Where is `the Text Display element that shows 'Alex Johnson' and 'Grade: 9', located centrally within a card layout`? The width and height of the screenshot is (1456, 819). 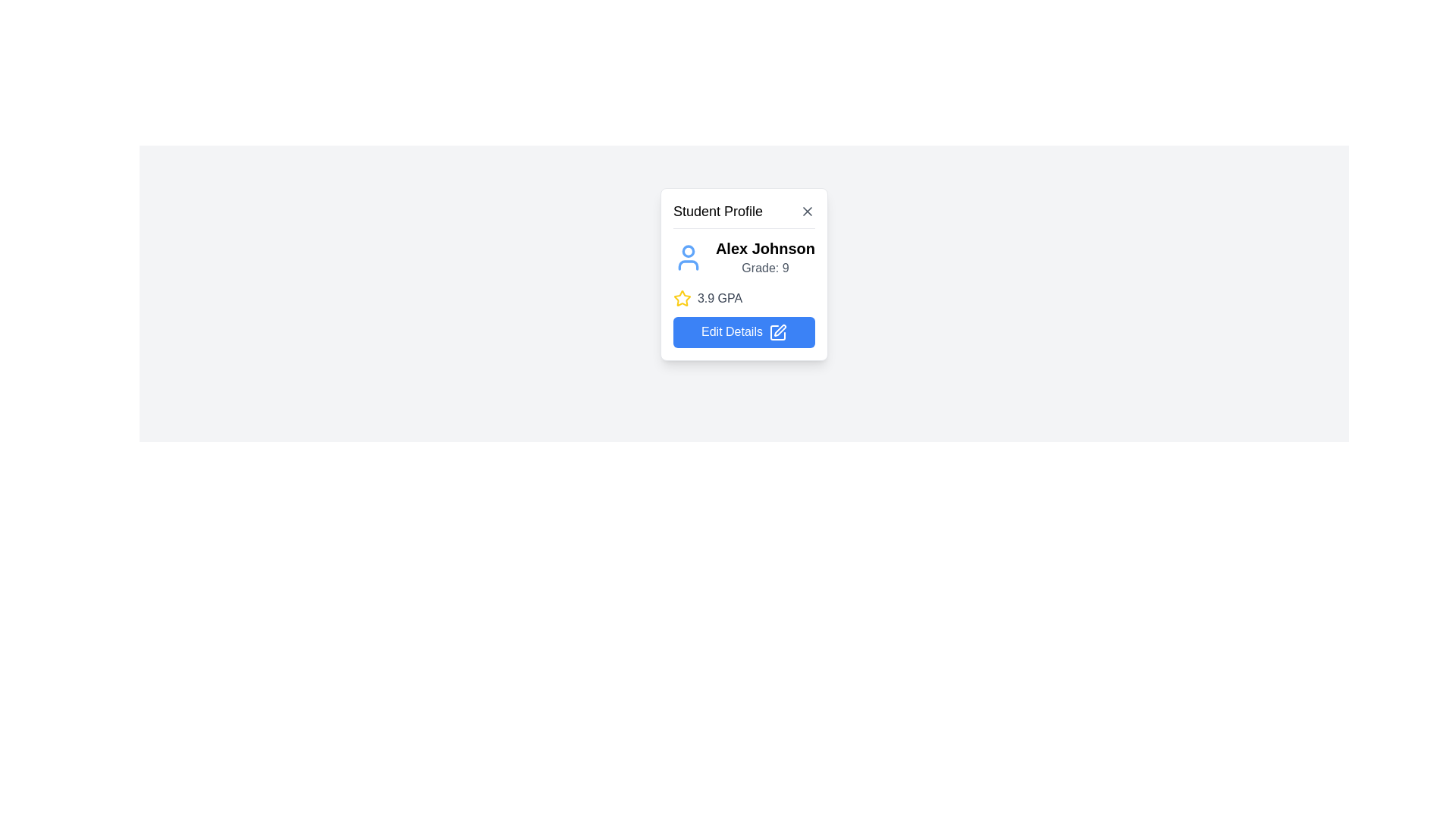
the Text Display element that shows 'Alex Johnson' and 'Grade: 9', located centrally within a card layout is located at coordinates (765, 256).